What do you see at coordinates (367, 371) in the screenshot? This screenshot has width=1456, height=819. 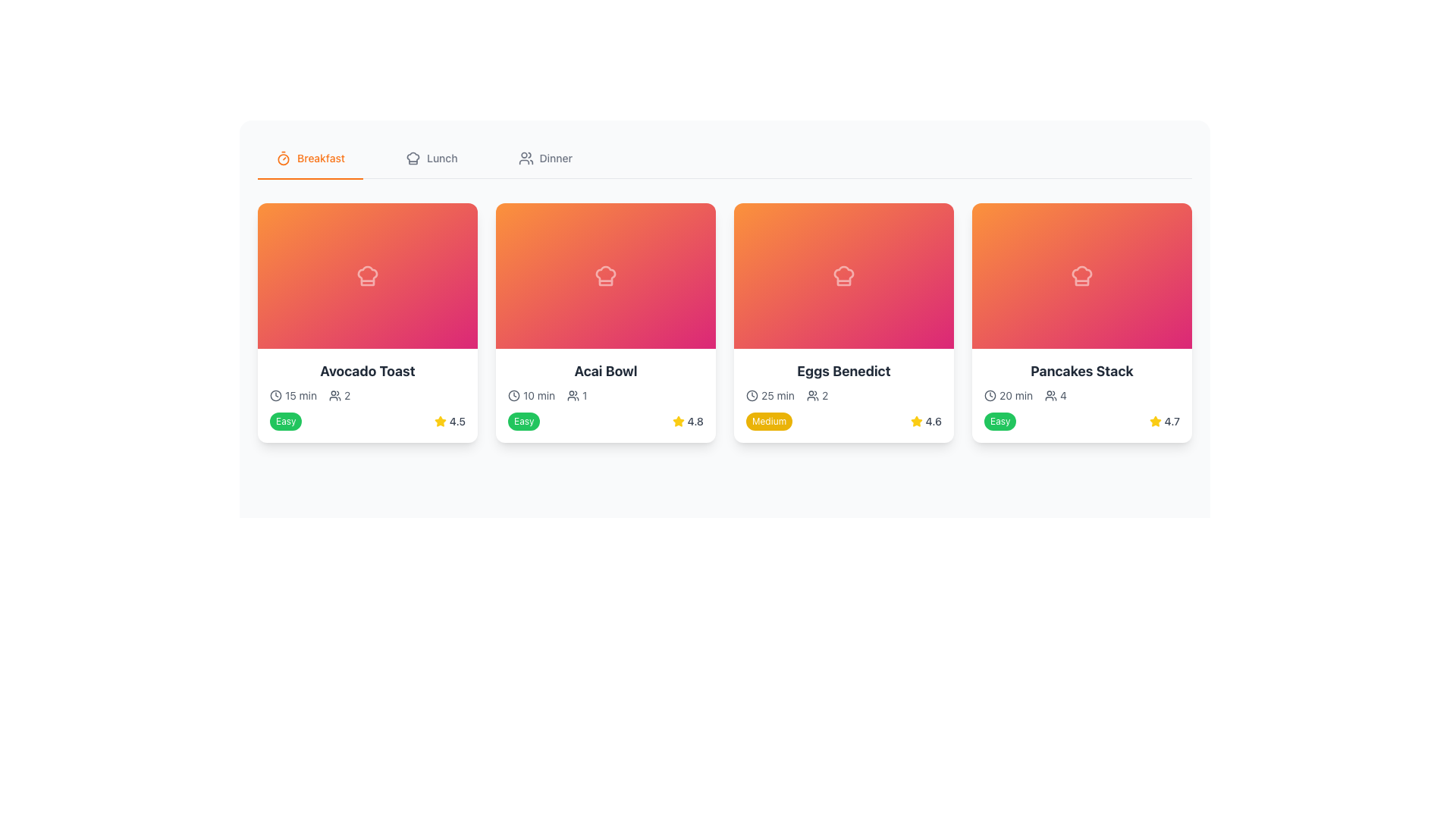 I see `the bold, large-sized text block saying 'Avocado Toast' which is styled in dark gray and located at the top of its recipe card` at bounding box center [367, 371].